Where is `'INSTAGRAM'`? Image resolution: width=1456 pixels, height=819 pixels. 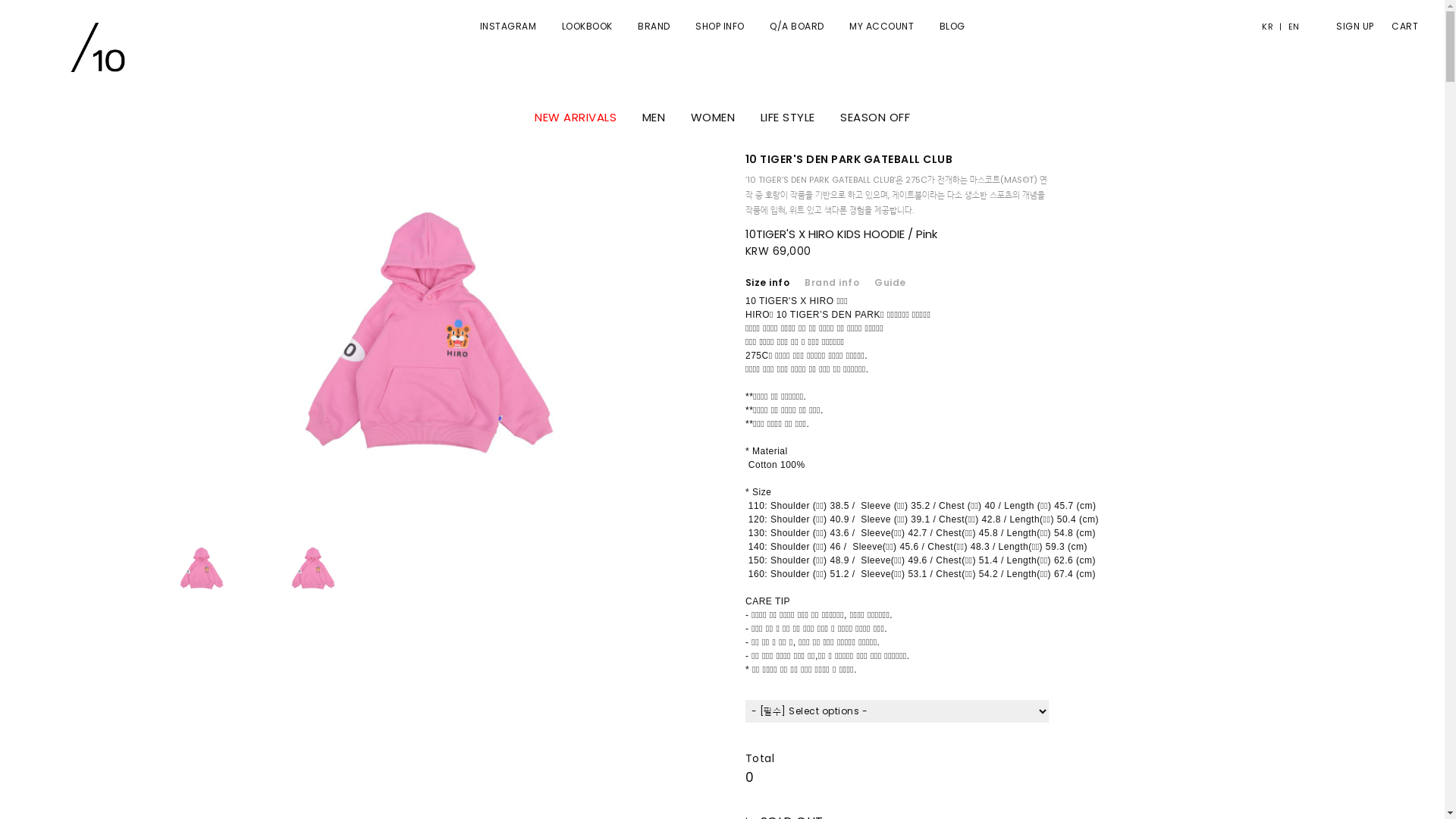
'INSTAGRAM' is located at coordinates (507, 26).